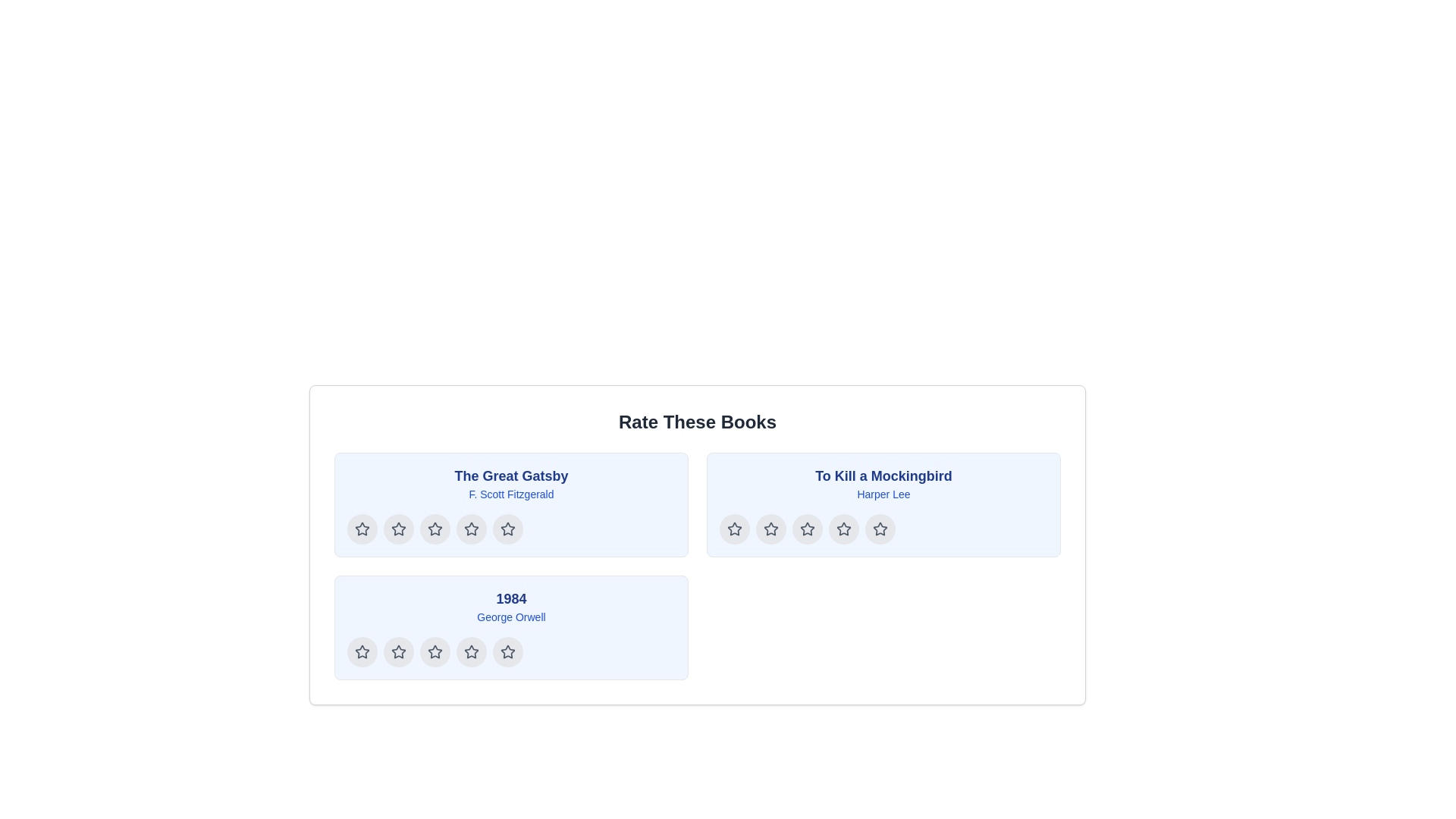 Image resolution: width=1456 pixels, height=819 pixels. What do you see at coordinates (435, 528) in the screenshot?
I see `the third star in the rating mechanism under the section titled 'The Great Gatsby'` at bounding box center [435, 528].